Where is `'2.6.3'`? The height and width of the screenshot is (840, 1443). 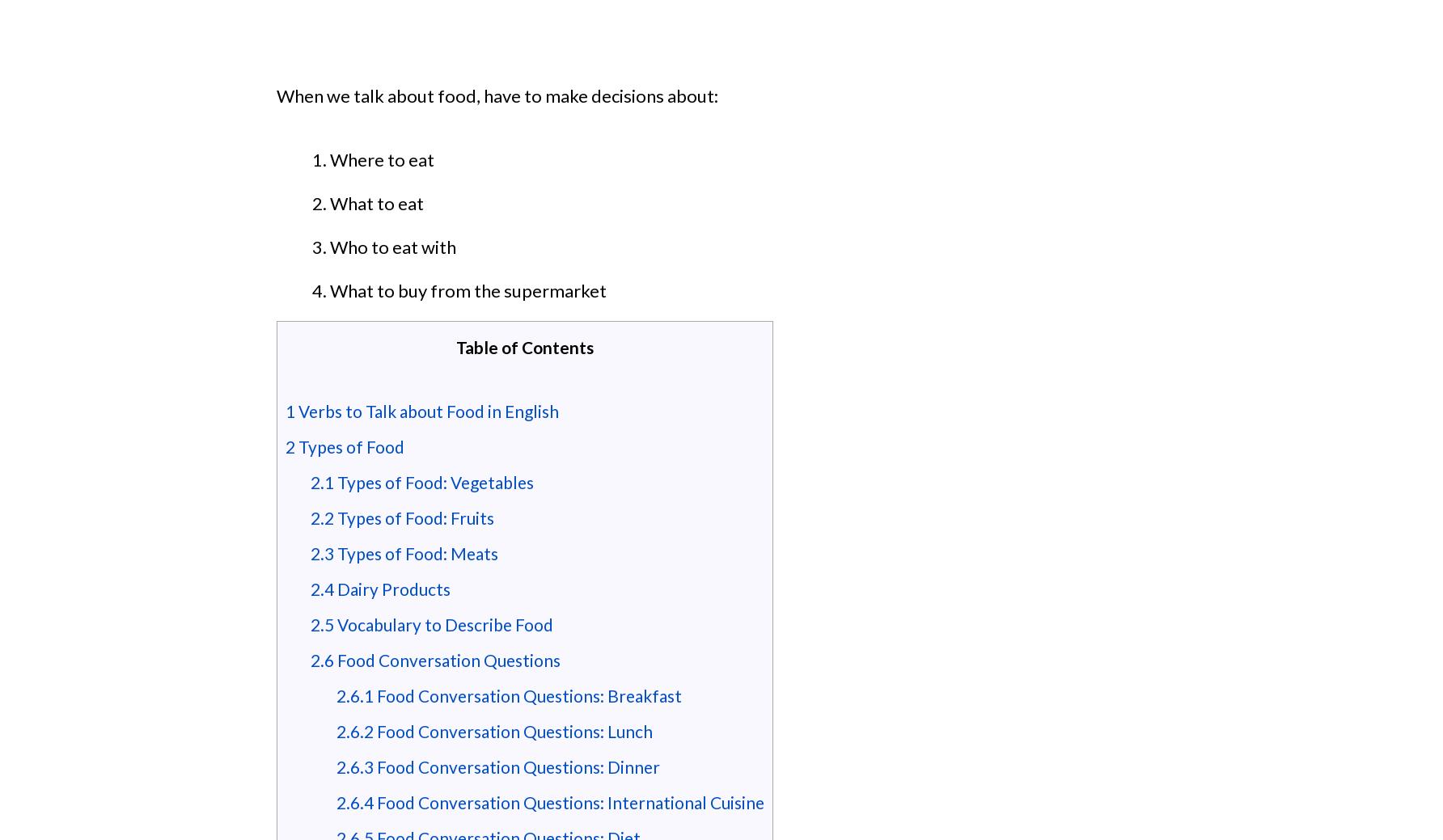 '2.6.3' is located at coordinates (353, 766).